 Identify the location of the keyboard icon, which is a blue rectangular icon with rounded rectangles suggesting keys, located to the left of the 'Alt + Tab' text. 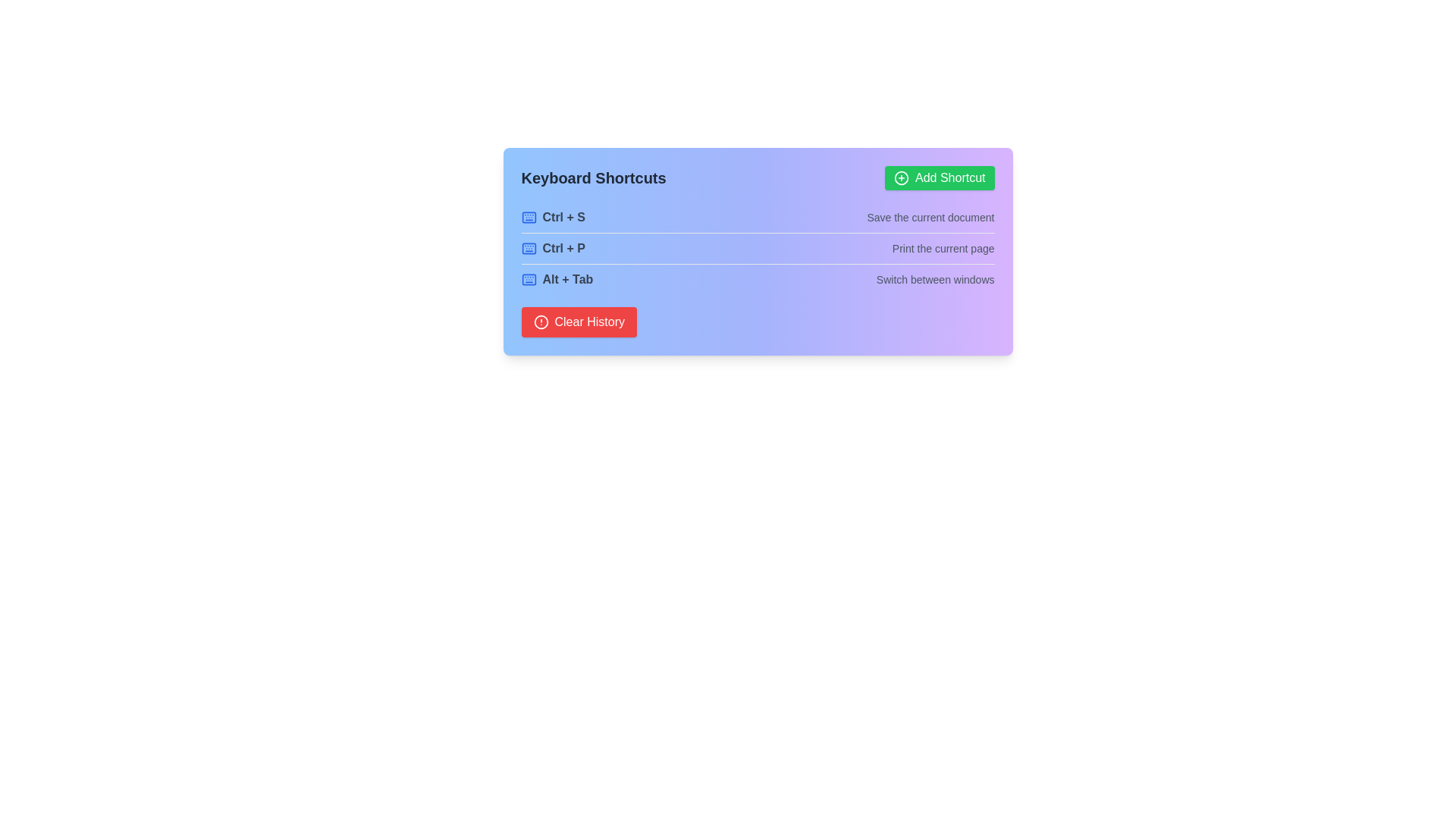
(529, 280).